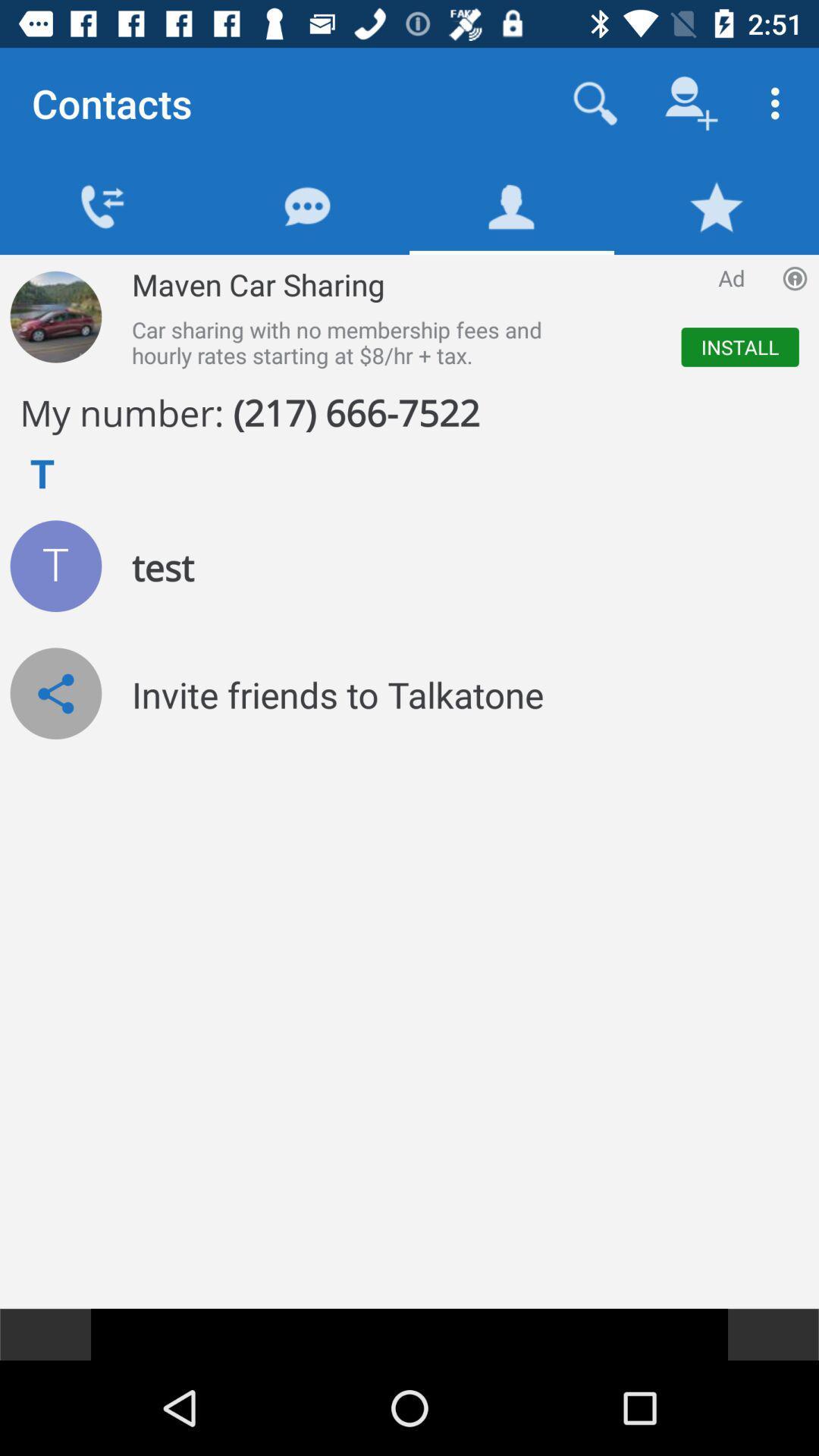 Image resolution: width=819 pixels, height=1456 pixels. I want to click on user 's profile picture, so click(55, 565).